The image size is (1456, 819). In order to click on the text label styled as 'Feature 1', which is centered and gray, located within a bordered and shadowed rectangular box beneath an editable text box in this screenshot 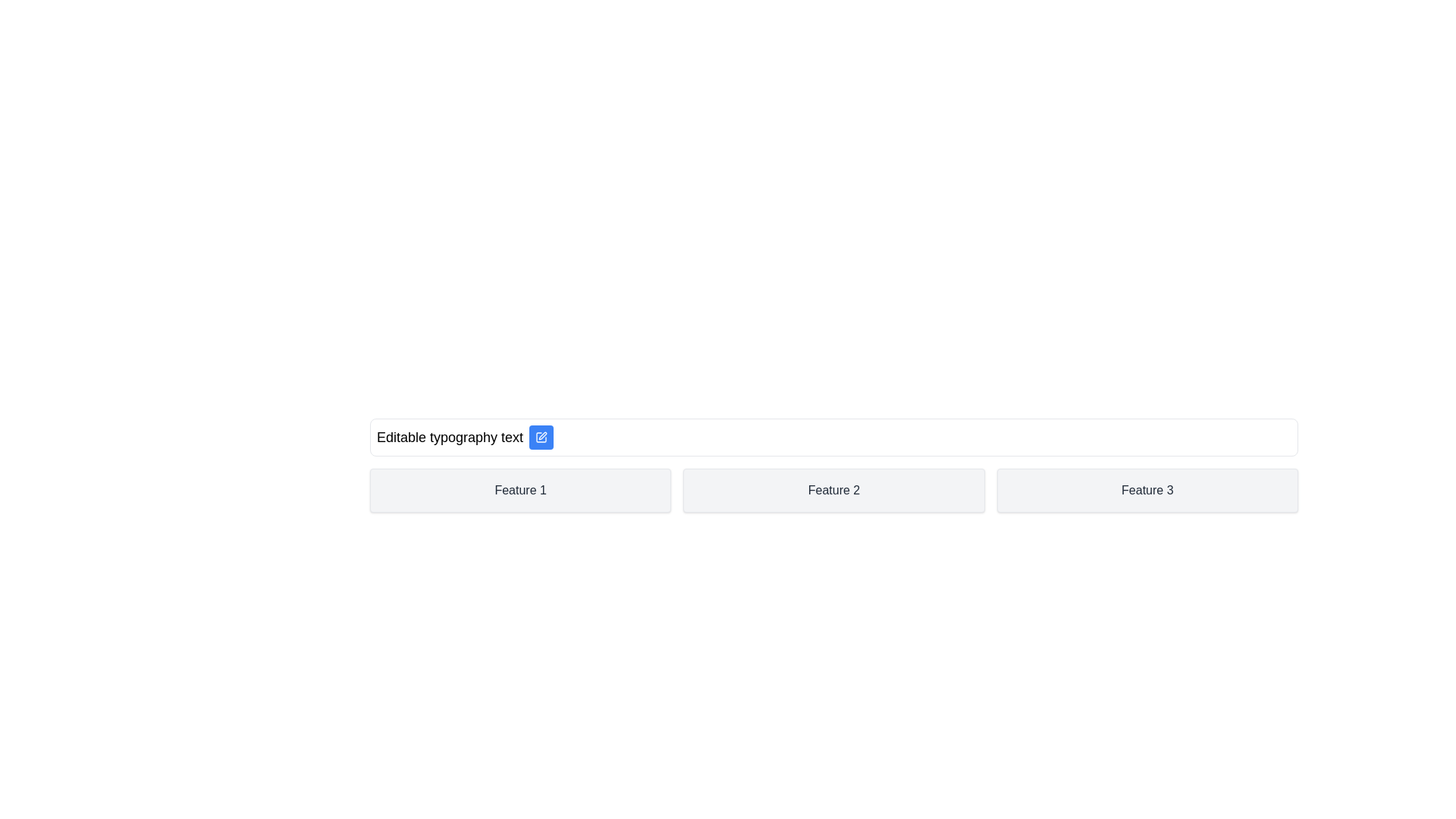, I will do `click(520, 491)`.